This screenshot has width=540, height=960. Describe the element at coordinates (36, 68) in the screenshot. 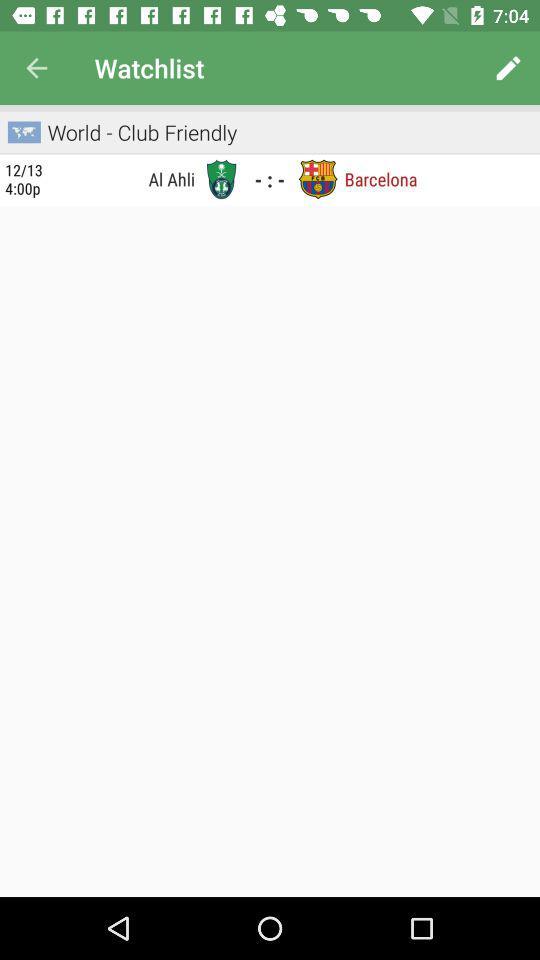

I see `the item next to watchlist icon` at that location.